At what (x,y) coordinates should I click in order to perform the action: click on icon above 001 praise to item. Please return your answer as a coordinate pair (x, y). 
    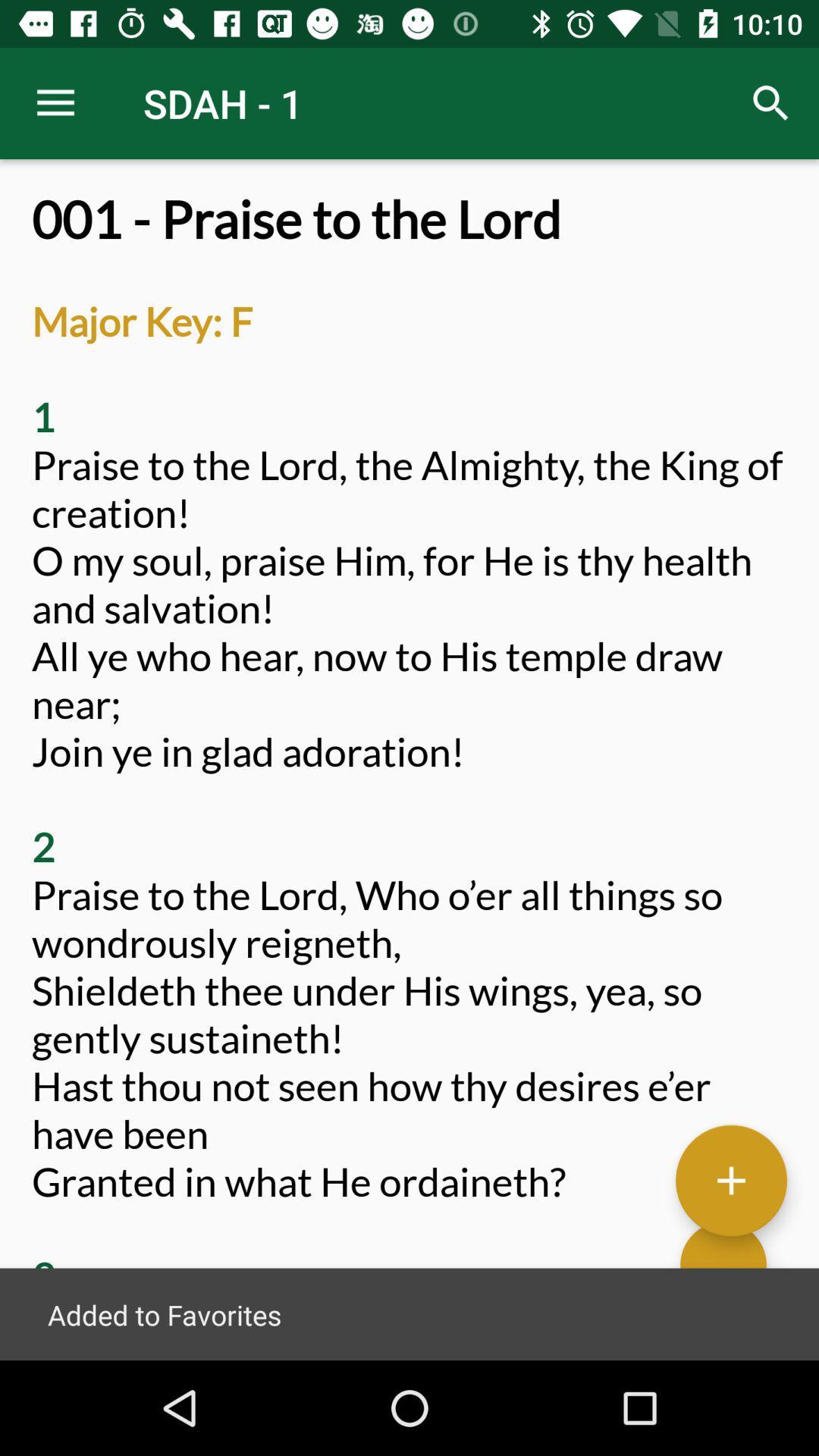
    Looking at the image, I should click on (771, 102).